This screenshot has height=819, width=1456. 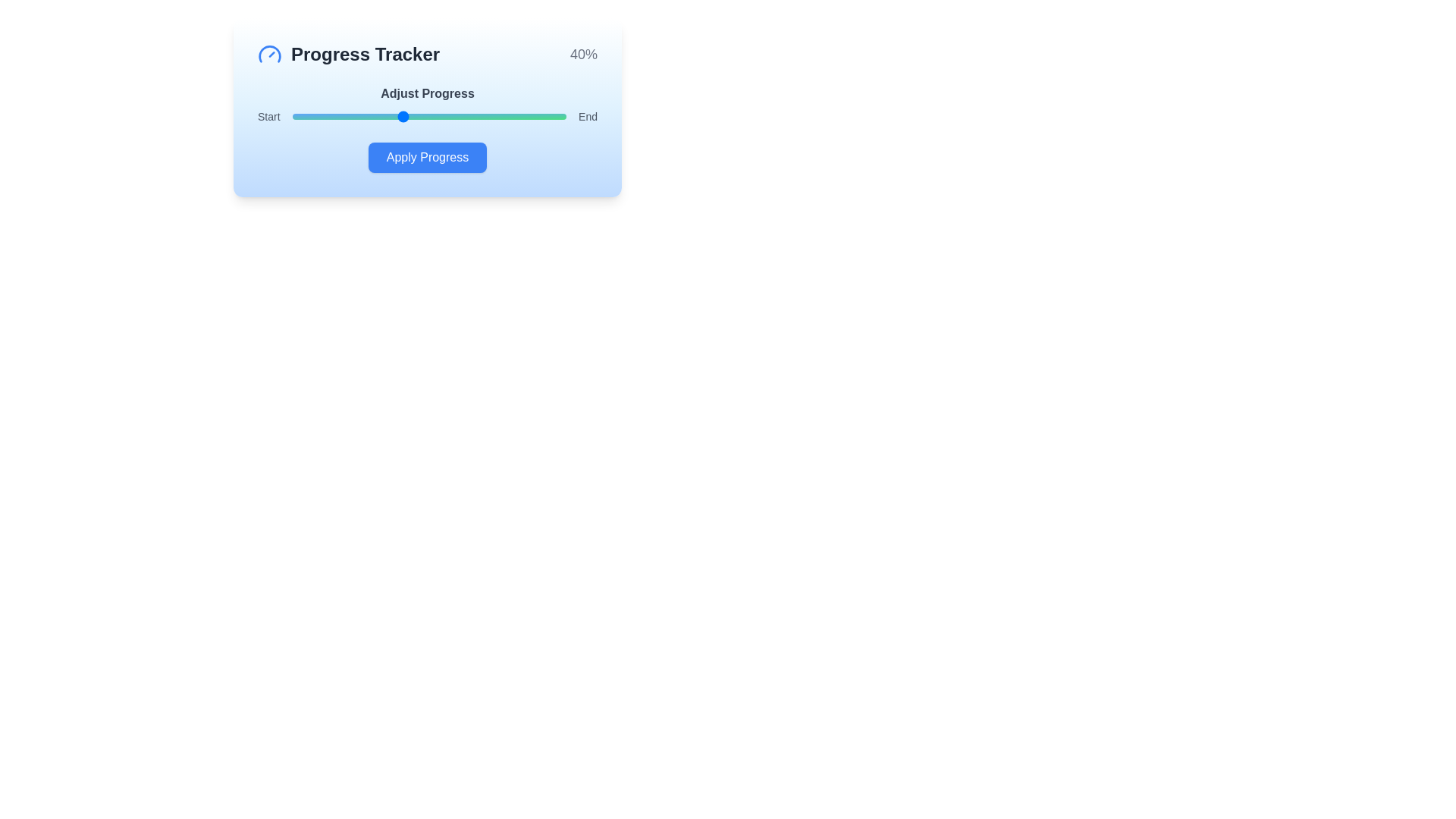 What do you see at coordinates (445, 116) in the screenshot?
I see `the progress slider to 56%` at bounding box center [445, 116].